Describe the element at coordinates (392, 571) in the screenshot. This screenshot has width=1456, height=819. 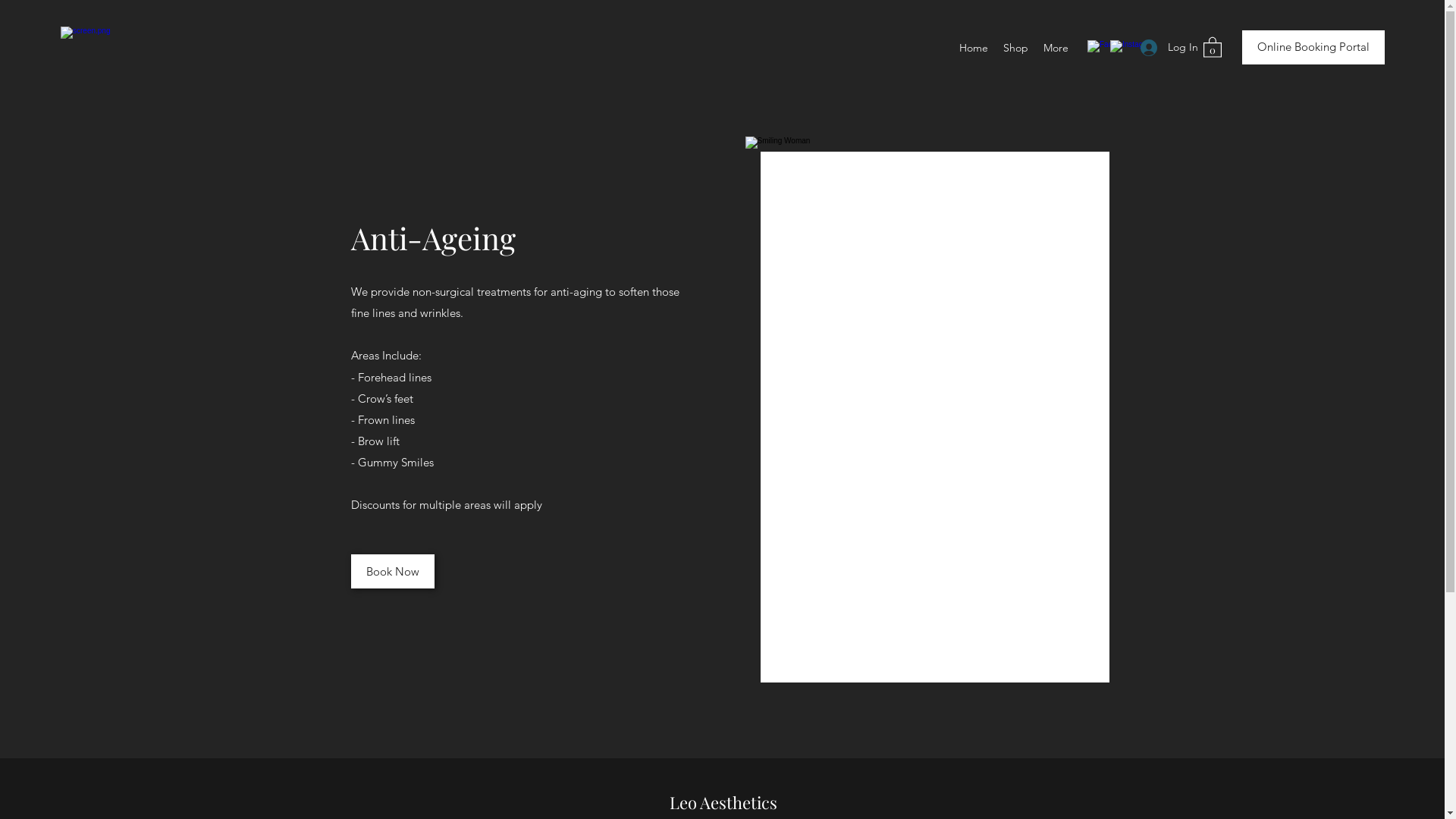
I see `'Book Now'` at that location.